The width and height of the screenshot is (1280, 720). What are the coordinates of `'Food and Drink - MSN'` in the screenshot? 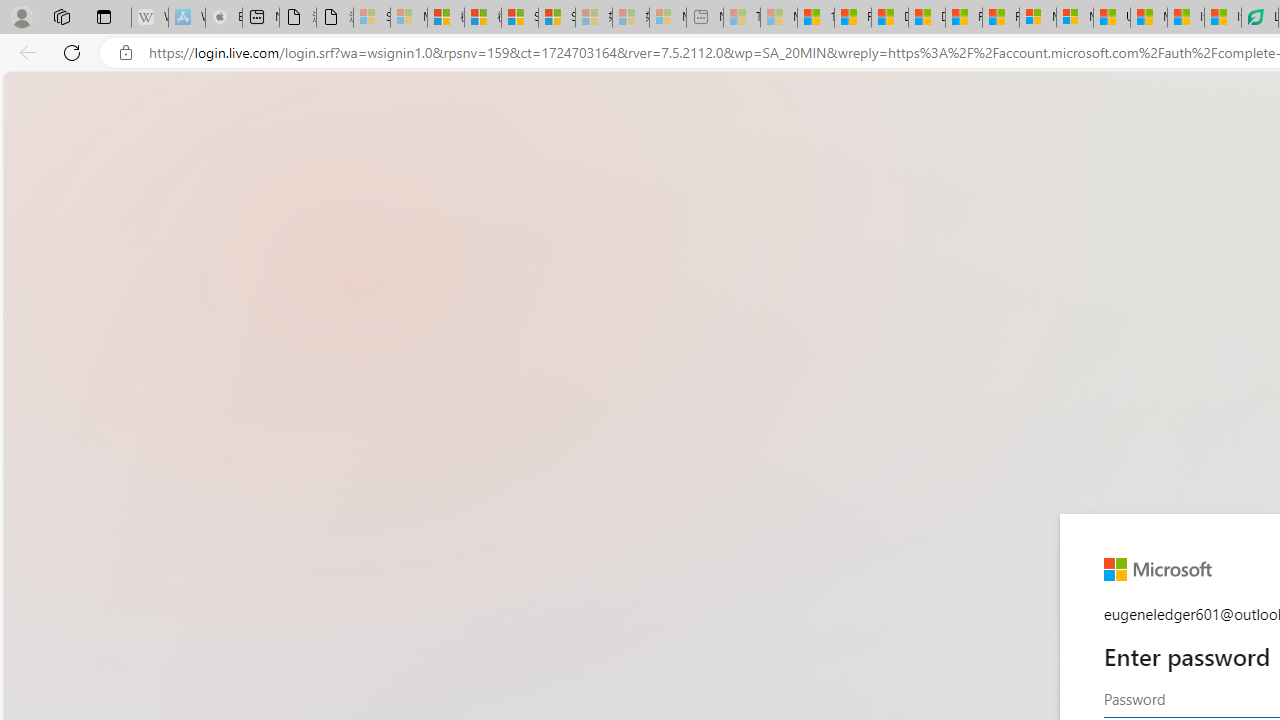 It's located at (853, 17).